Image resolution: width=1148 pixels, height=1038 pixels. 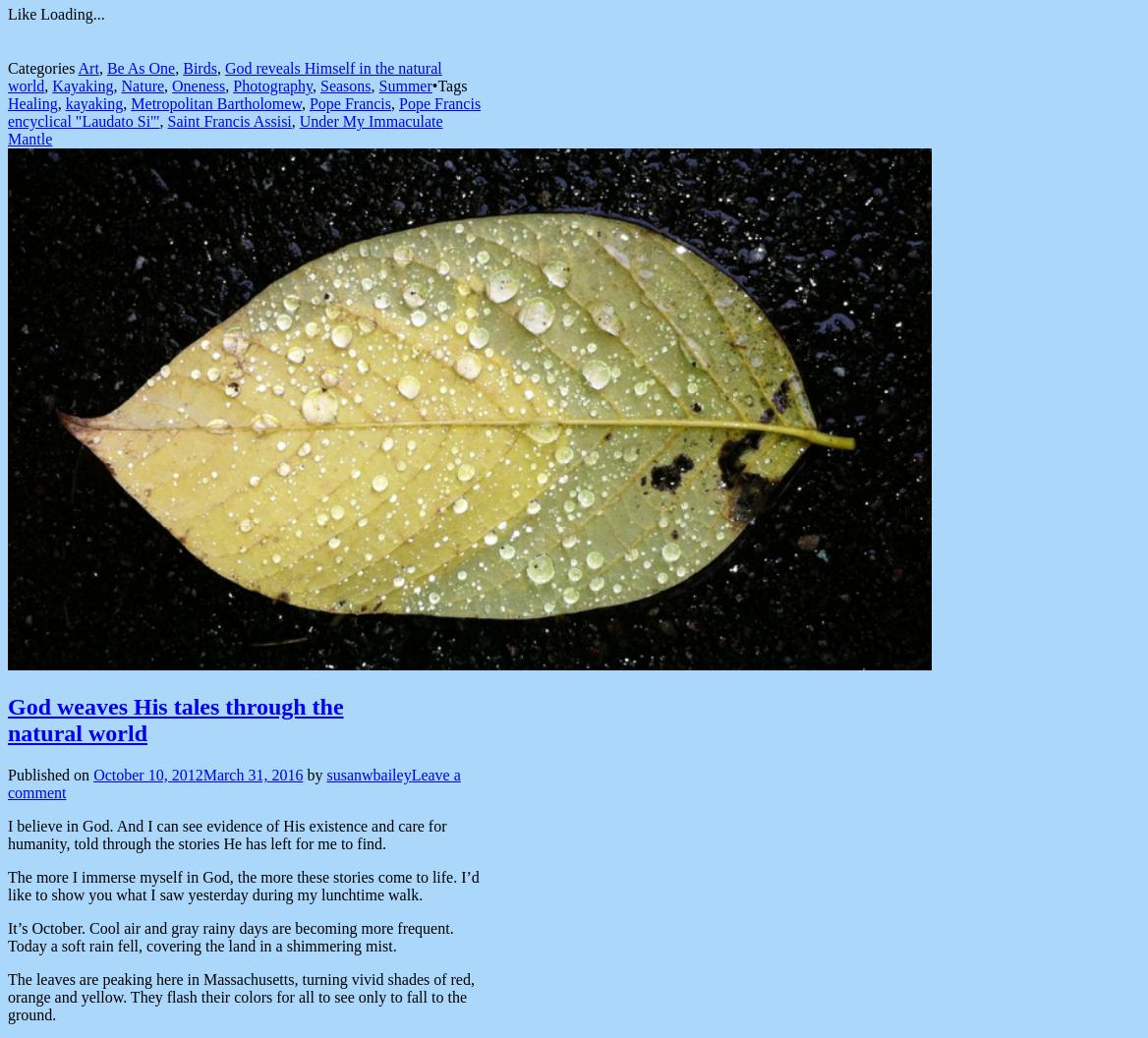 What do you see at coordinates (22, 14) in the screenshot?
I see `'Like'` at bounding box center [22, 14].